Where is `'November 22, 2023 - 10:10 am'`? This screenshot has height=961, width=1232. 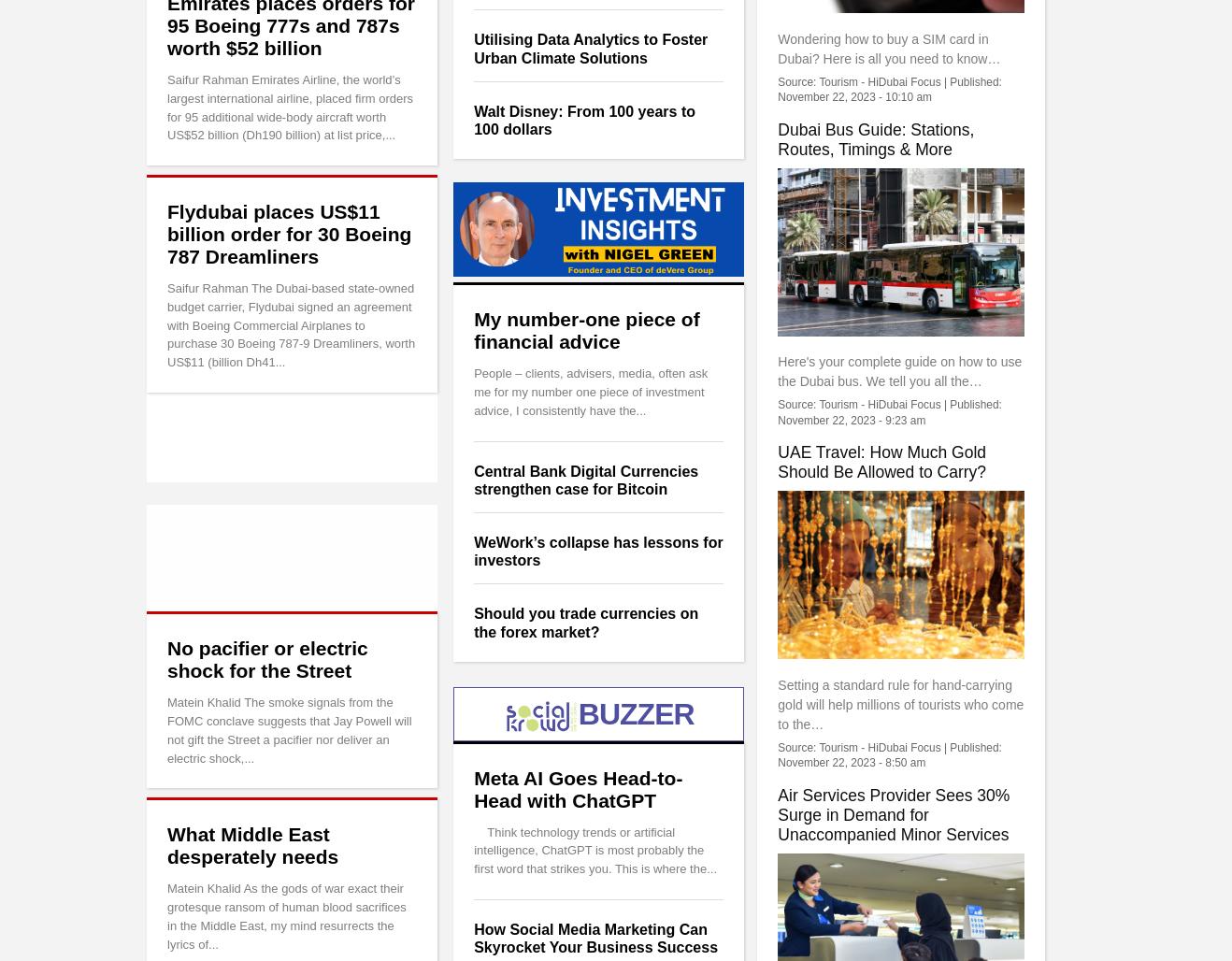
'November 22, 2023 - 10:10 am' is located at coordinates (777, 96).